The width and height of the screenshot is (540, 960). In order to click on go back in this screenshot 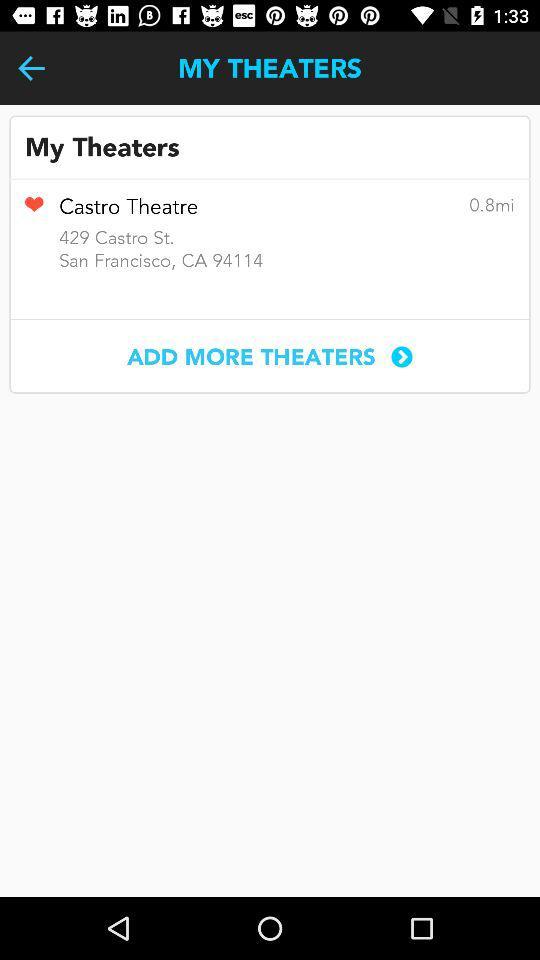, I will do `click(30, 68)`.